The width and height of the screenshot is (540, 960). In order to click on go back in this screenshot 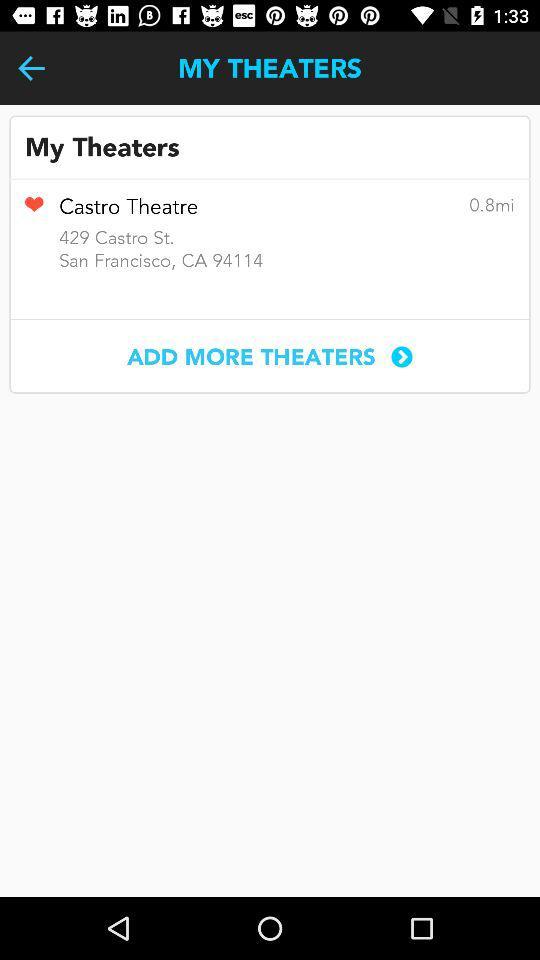, I will do `click(30, 68)`.